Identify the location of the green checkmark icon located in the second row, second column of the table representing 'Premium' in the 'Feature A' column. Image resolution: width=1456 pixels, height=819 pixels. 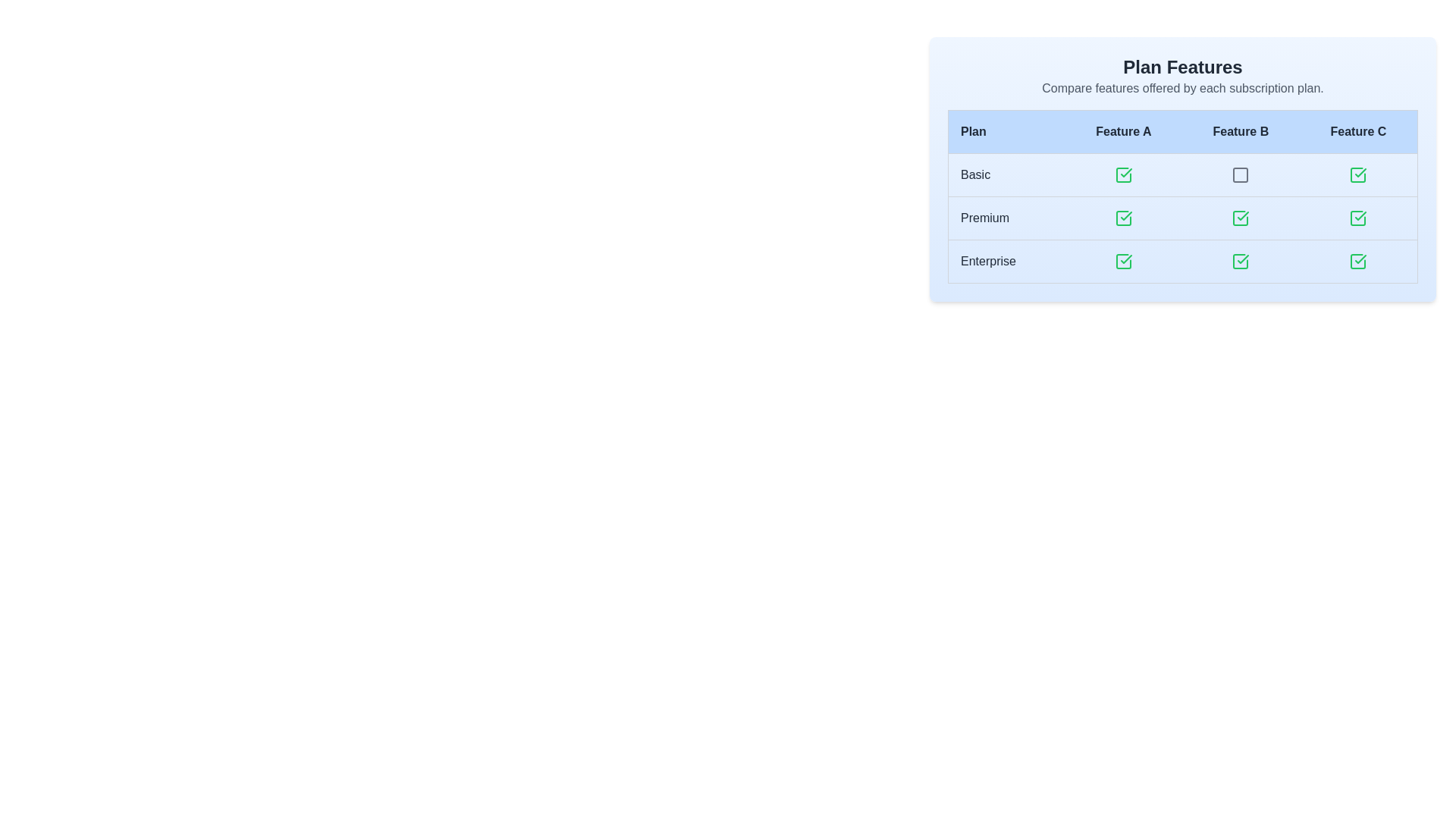
(1123, 218).